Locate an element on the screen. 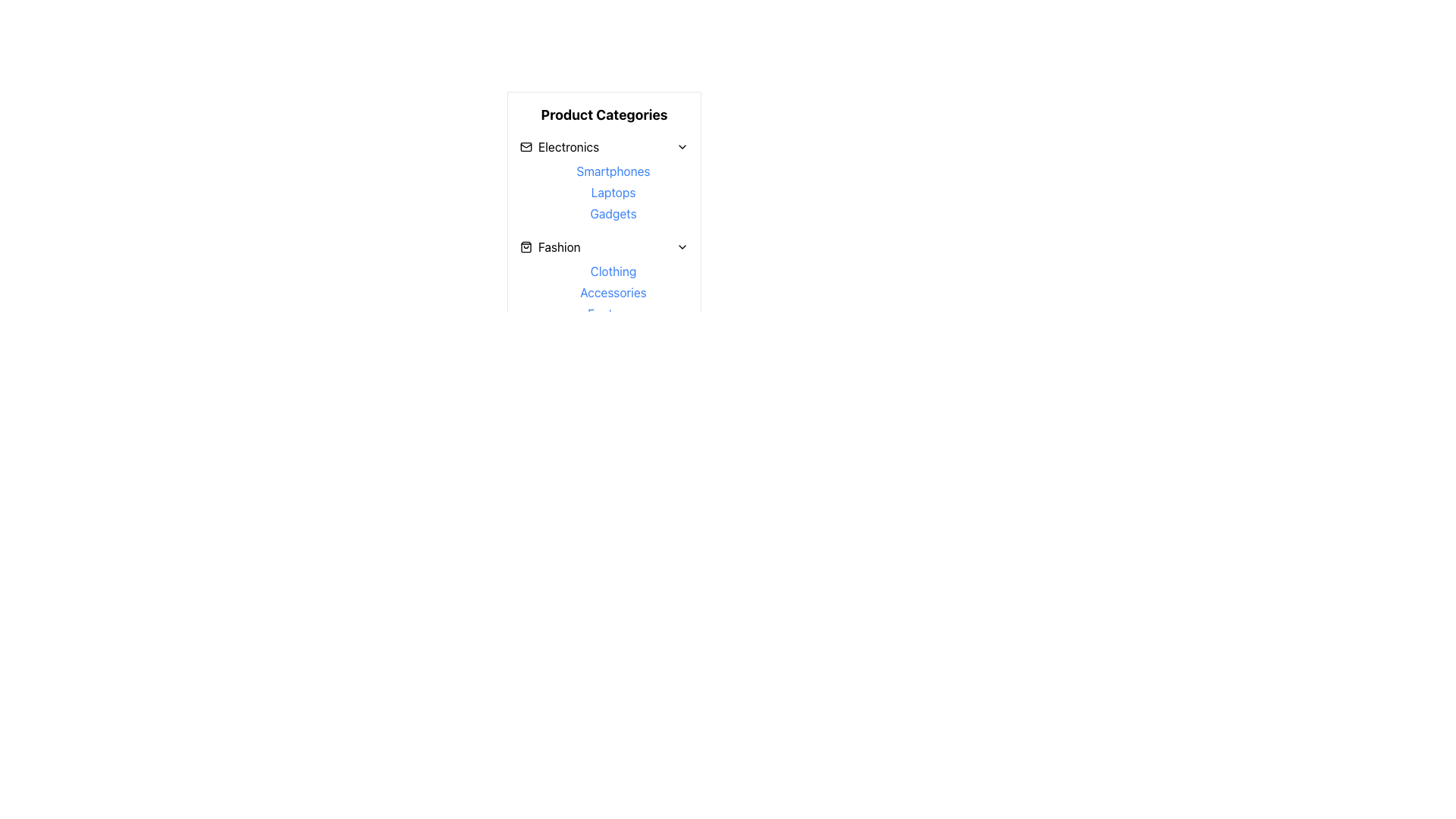  the 'Gadgets' text label, which is the third item in the nested list under the 'Electronics' category is located at coordinates (613, 213).